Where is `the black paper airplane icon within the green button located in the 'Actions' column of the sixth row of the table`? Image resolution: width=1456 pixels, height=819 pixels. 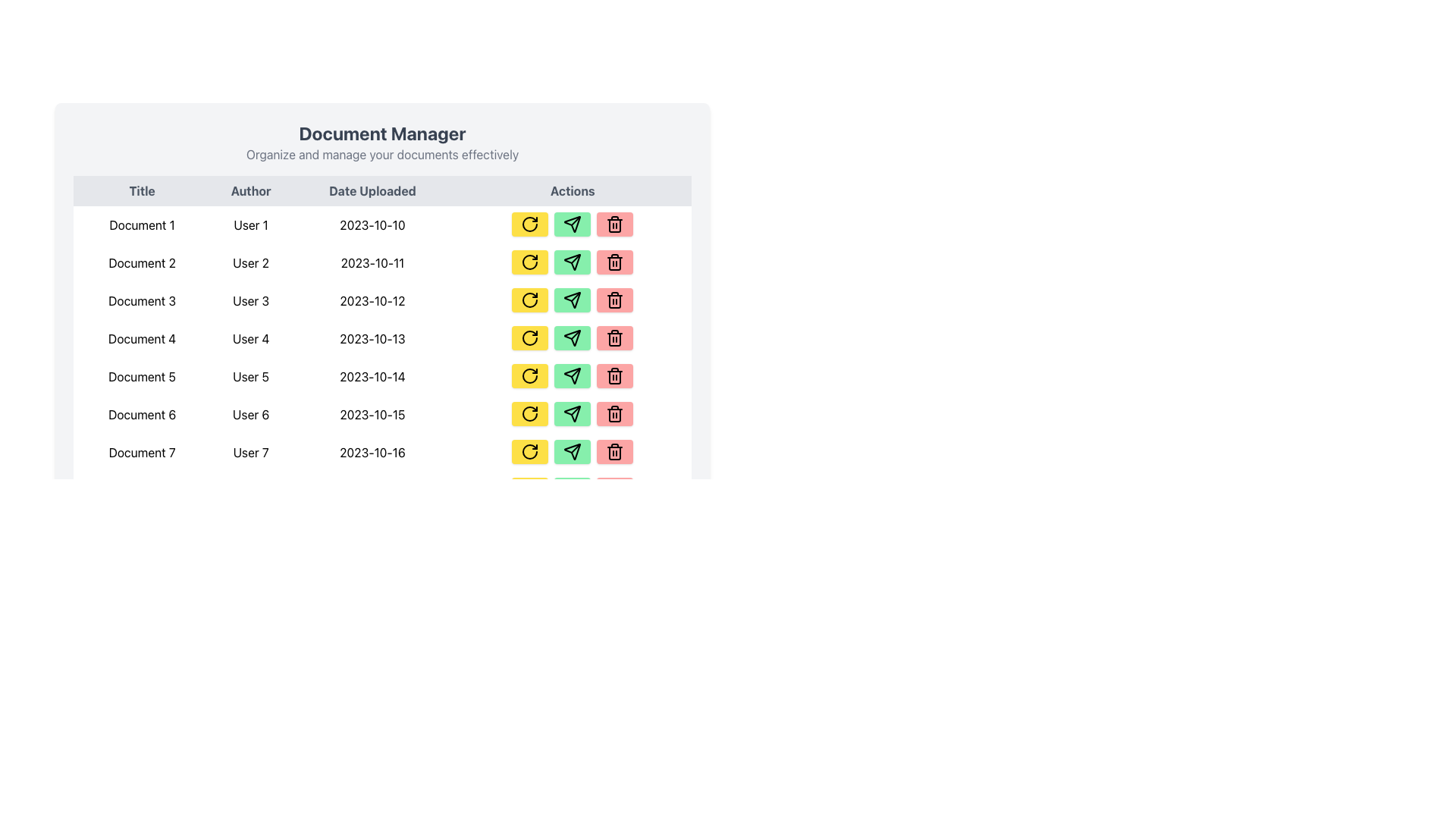 the black paper airplane icon within the green button located in the 'Actions' column of the sixth row of the table is located at coordinates (572, 262).